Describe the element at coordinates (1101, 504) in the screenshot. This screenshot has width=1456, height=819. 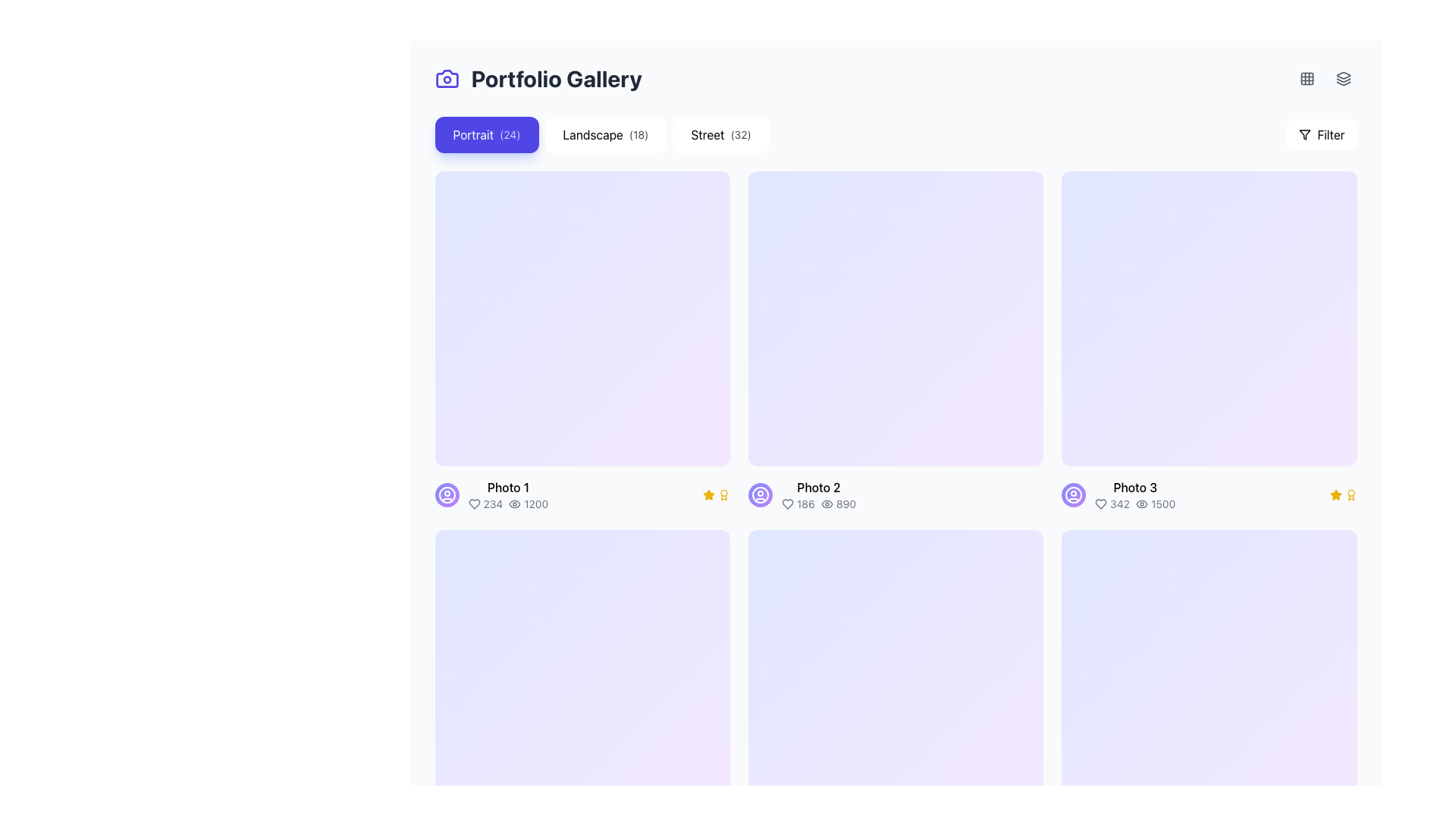
I see `the heart-shaped icon outlined with a stroke color` at that location.